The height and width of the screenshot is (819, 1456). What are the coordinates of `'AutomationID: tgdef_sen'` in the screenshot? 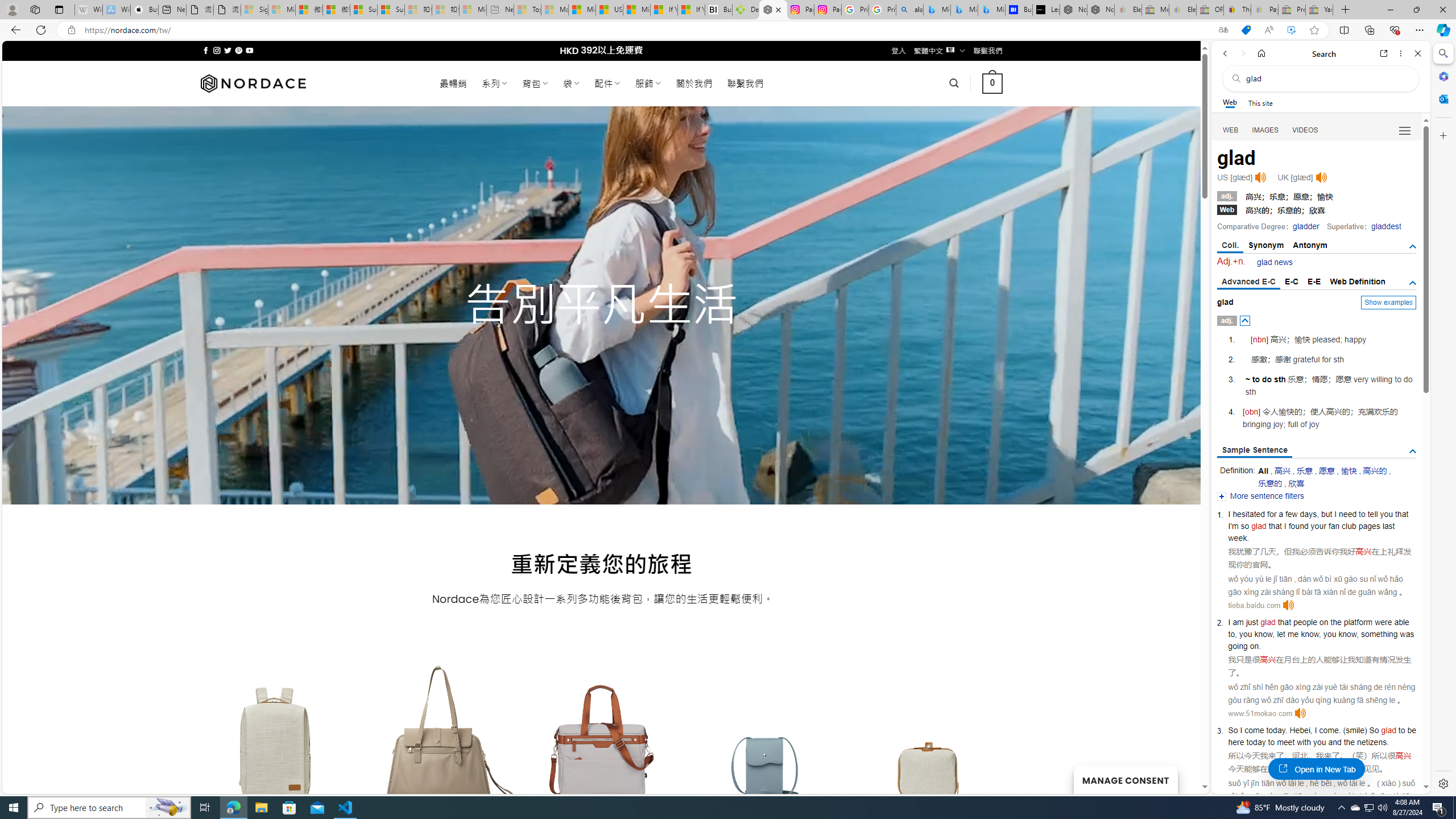 It's located at (1412, 451).